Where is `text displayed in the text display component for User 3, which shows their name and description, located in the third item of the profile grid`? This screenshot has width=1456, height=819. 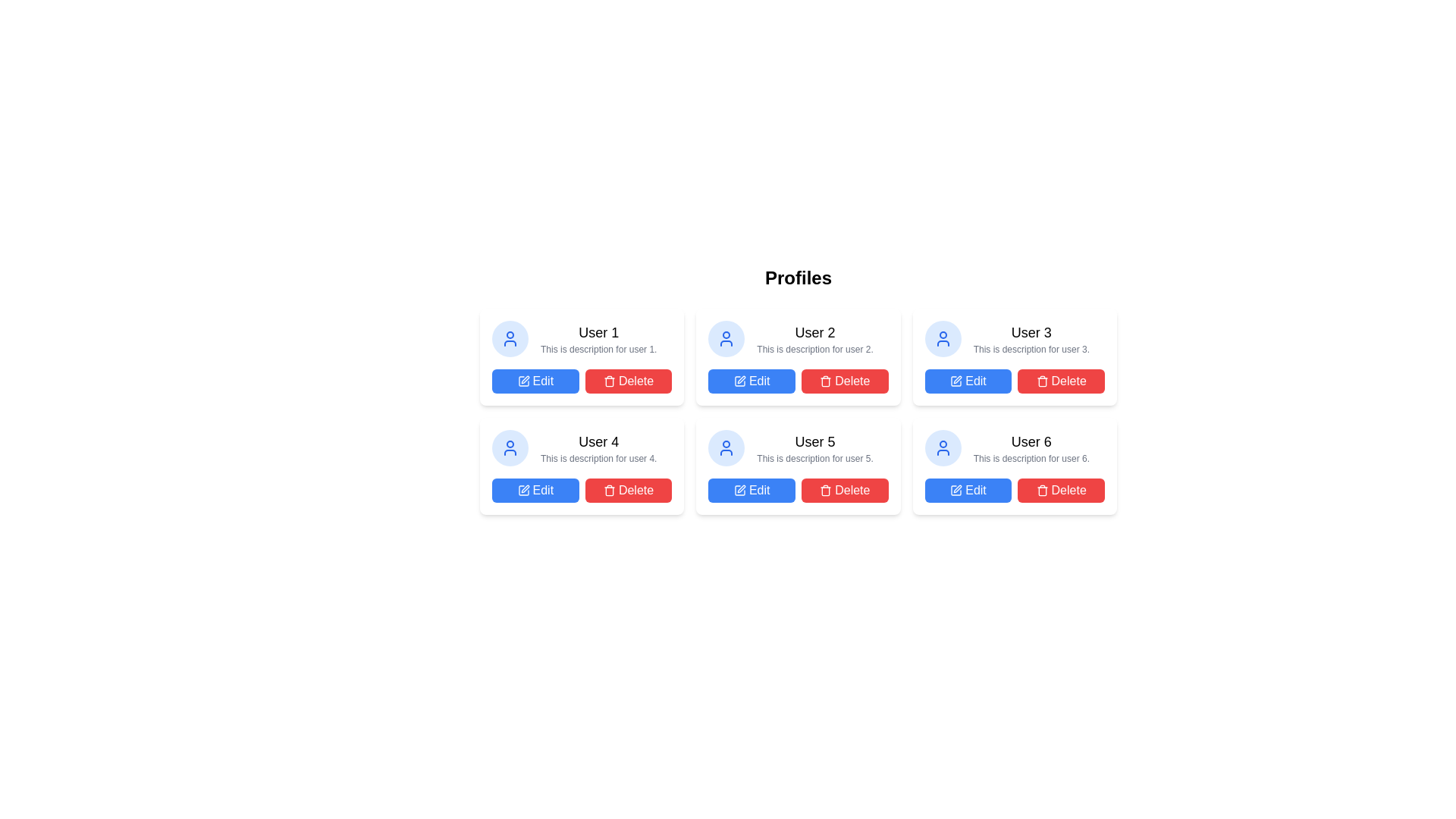 text displayed in the text display component for User 3, which shows their name and description, located in the third item of the profile grid is located at coordinates (1015, 338).